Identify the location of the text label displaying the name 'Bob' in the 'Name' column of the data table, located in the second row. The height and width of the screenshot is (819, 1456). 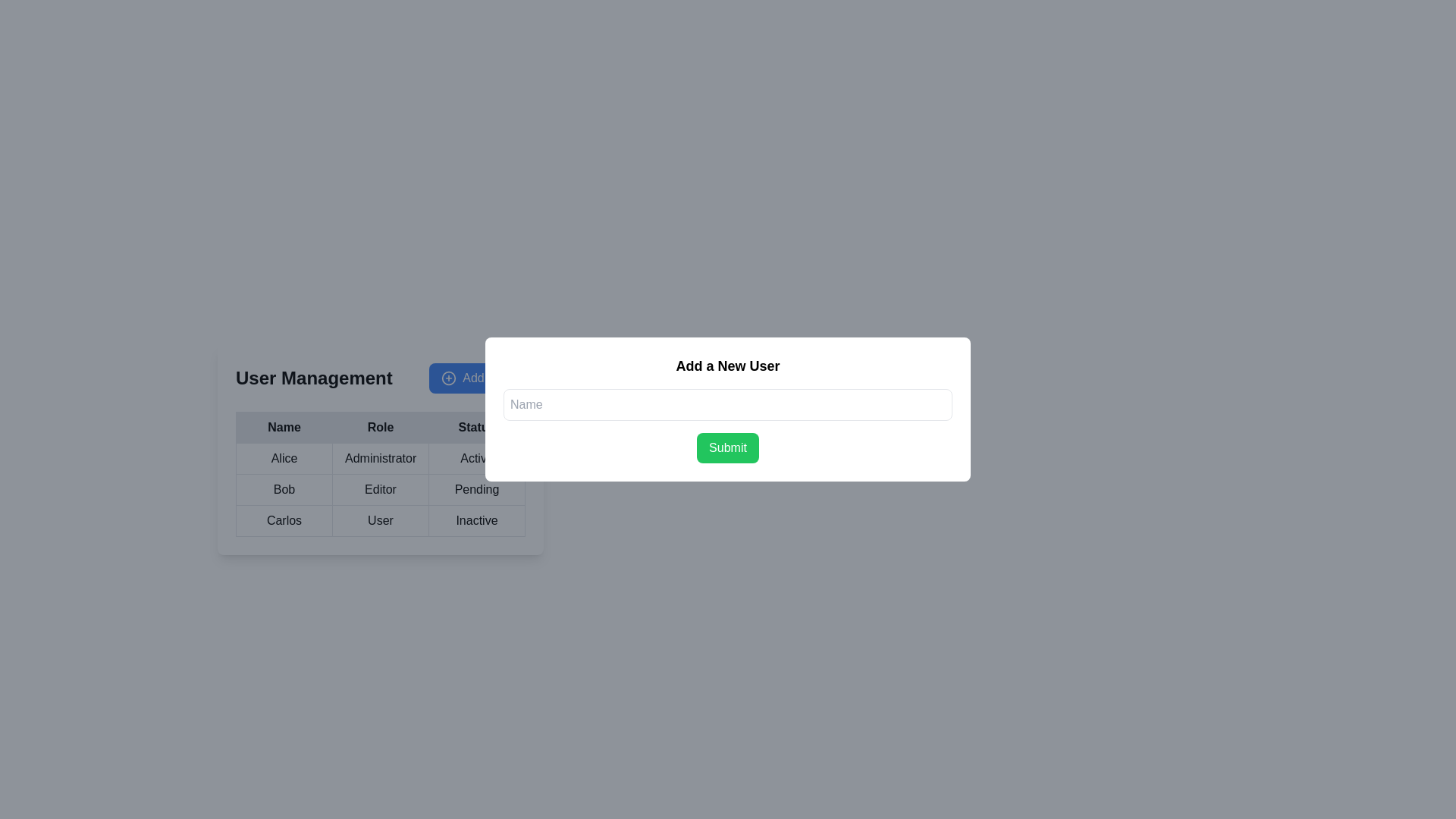
(284, 489).